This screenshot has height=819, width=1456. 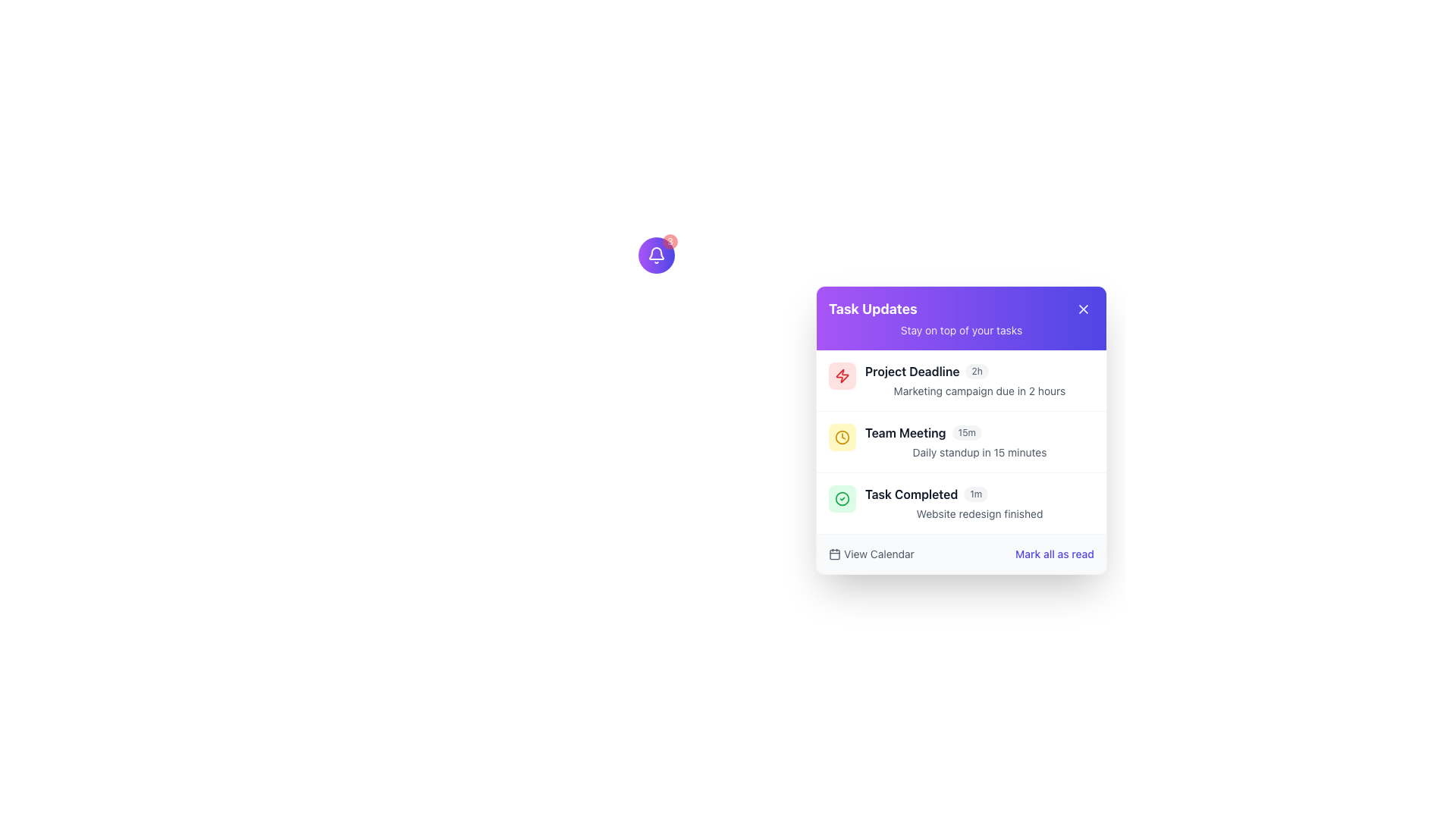 What do you see at coordinates (1083, 309) in the screenshot?
I see `the close icon (an 'X' shape with a rounded stroke) located in the top-right corner of the purple header section titled 'Task Updates'` at bounding box center [1083, 309].